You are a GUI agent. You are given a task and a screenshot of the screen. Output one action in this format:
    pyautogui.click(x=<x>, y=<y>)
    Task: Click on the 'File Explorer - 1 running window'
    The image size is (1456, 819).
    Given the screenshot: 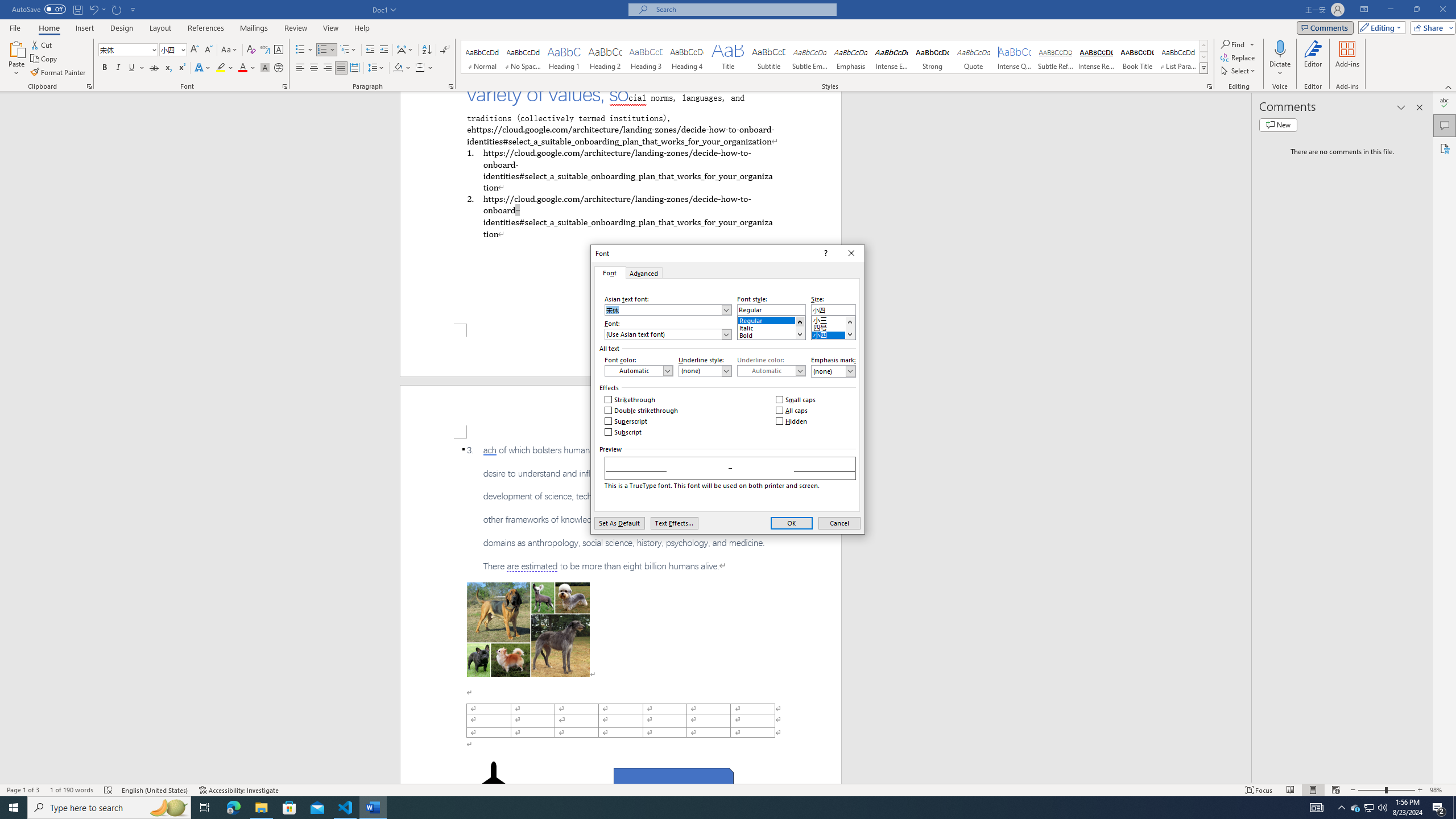 What is the action you would take?
    pyautogui.click(x=260, y=806)
    